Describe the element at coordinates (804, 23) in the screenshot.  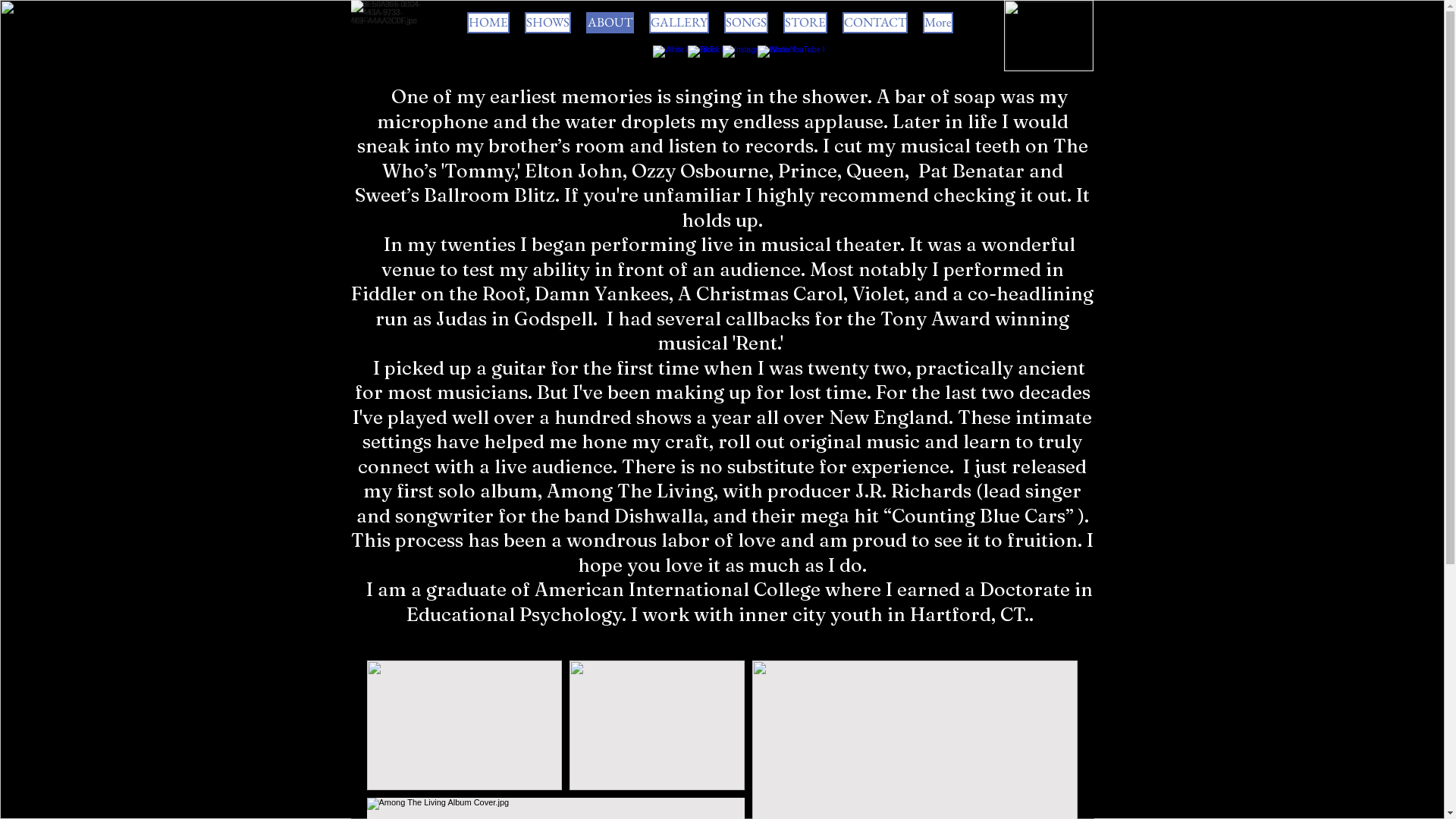
I see `'STORE'` at that location.